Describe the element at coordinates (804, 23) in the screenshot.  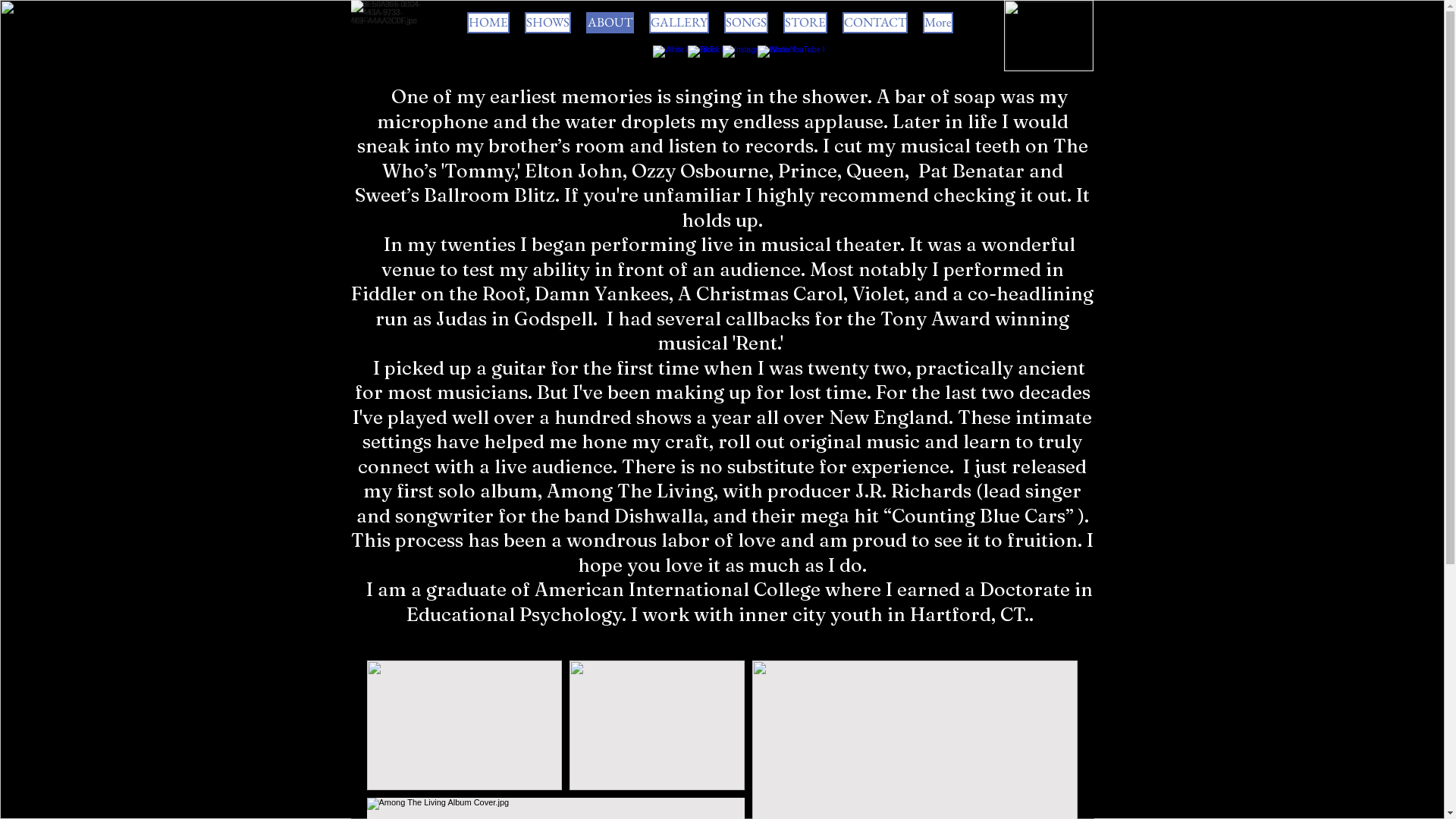
I see `'STORE'` at that location.